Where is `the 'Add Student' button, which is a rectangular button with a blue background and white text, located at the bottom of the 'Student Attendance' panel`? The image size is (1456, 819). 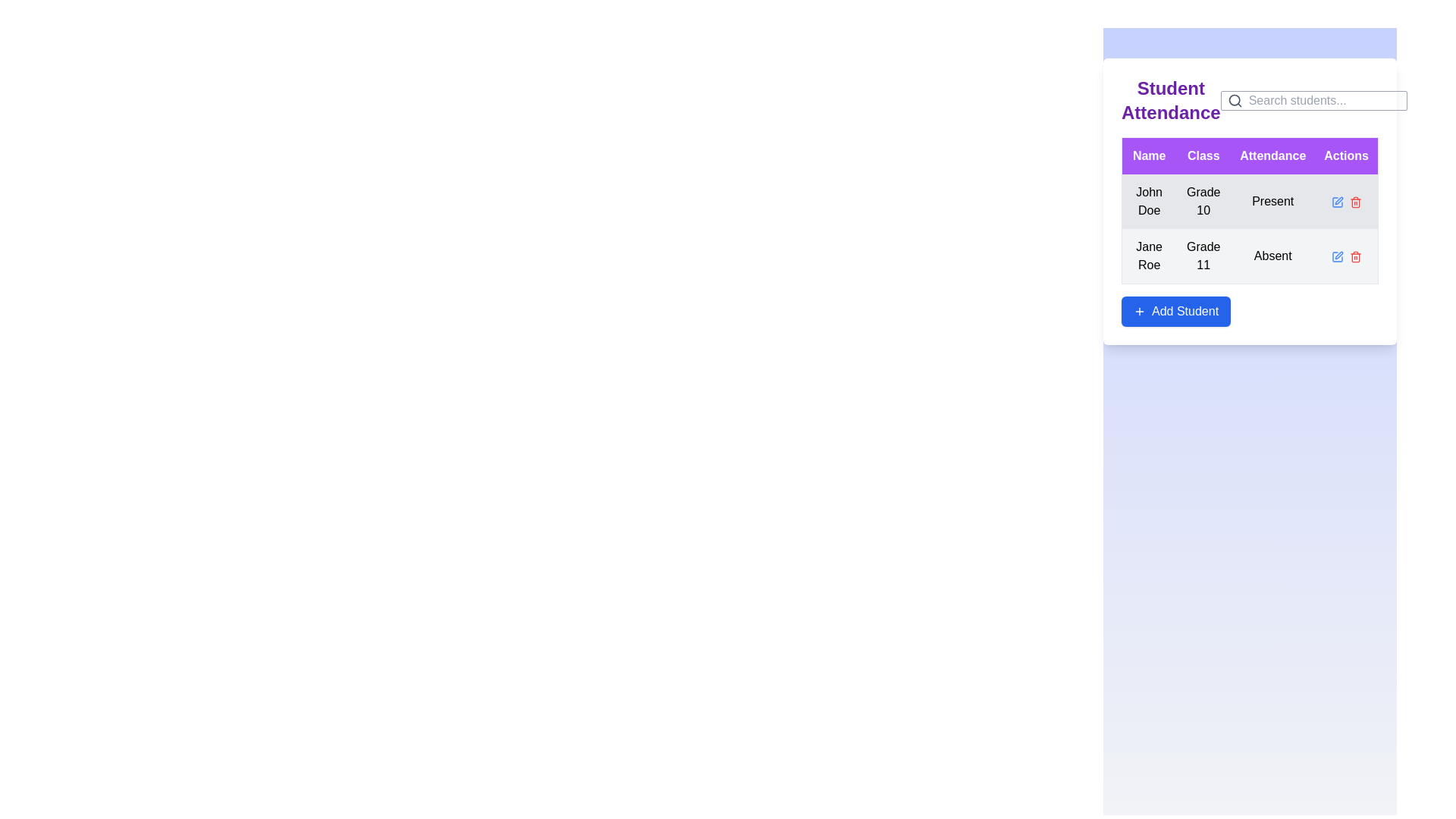 the 'Add Student' button, which is a rectangular button with a blue background and white text, located at the bottom of the 'Student Attendance' panel is located at coordinates (1175, 311).